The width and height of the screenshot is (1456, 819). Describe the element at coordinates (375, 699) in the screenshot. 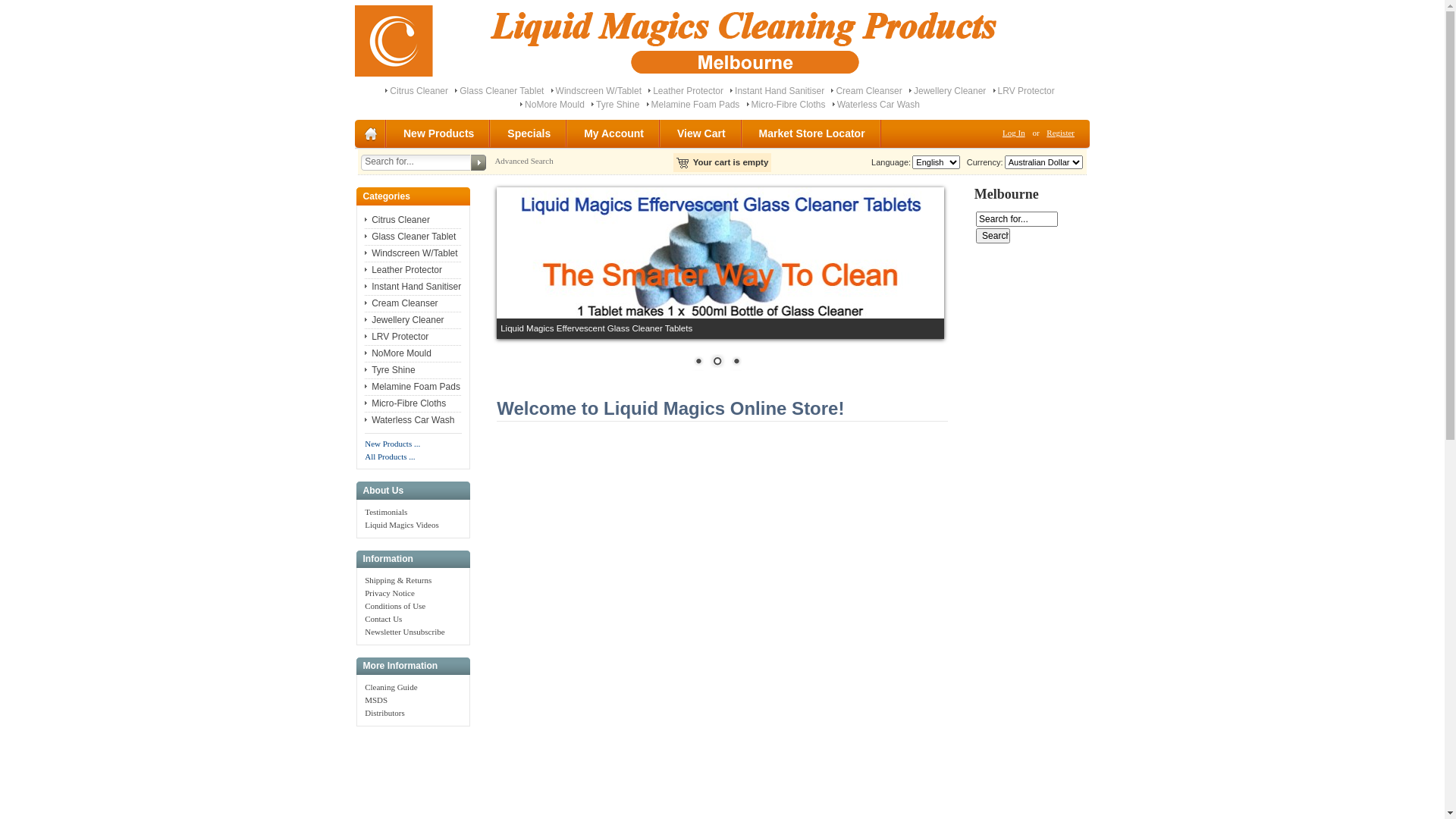

I see `'MSDS'` at that location.